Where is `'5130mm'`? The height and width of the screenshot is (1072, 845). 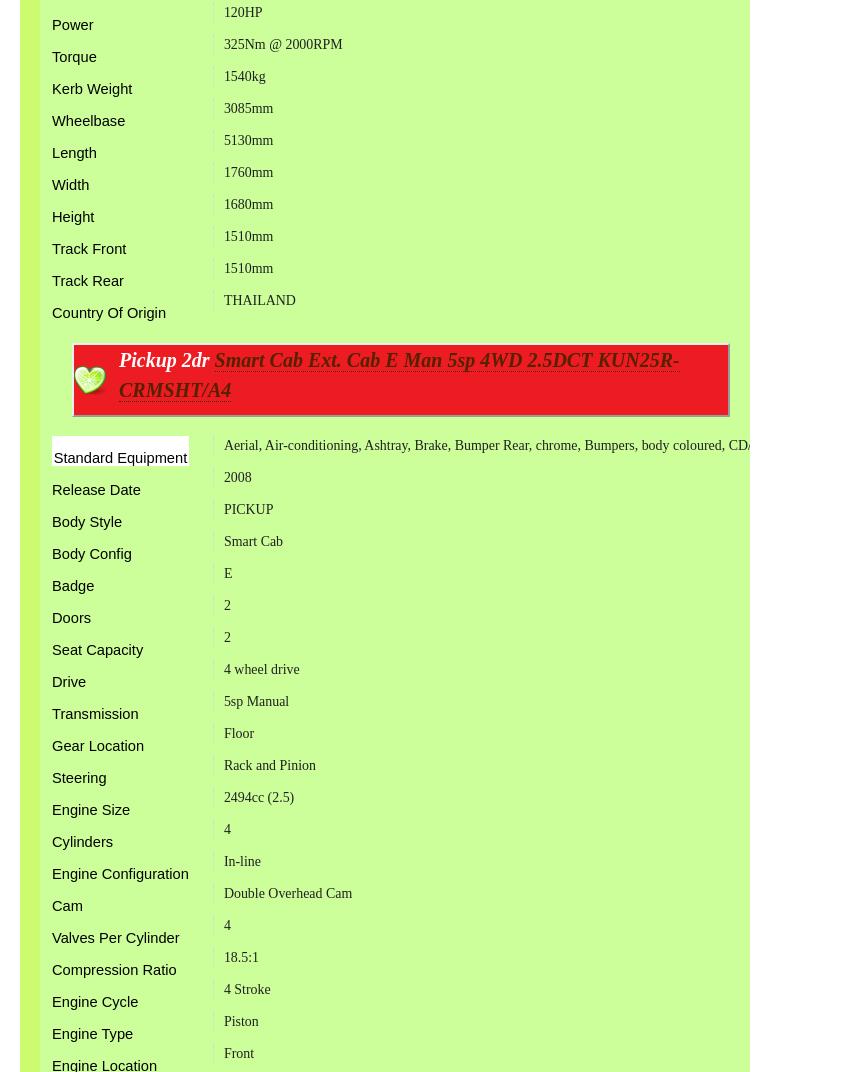
'5130mm' is located at coordinates (221, 139).